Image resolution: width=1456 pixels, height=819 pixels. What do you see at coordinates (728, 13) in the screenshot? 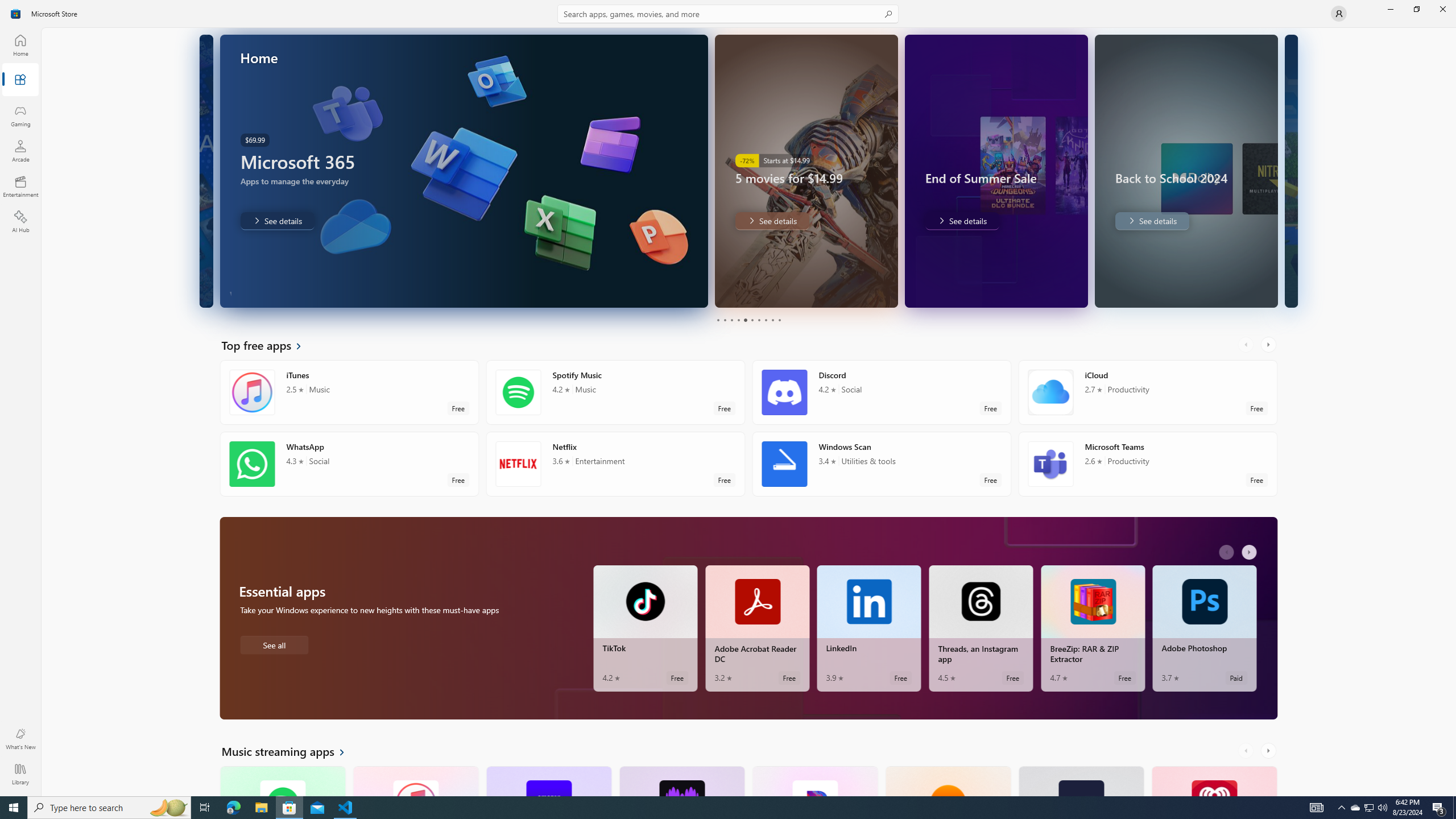
I see `'Search'` at bounding box center [728, 13].